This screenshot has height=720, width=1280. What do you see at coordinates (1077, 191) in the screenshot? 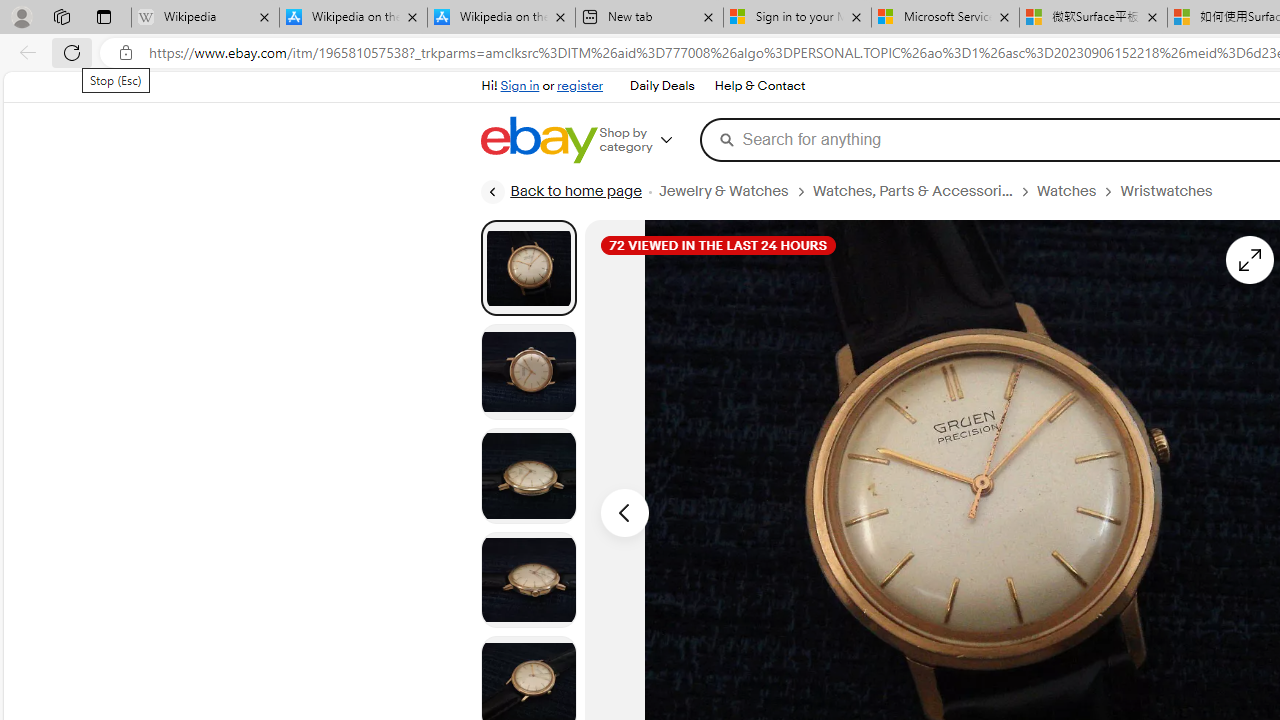
I see `'Watches'` at bounding box center [1077, 191].